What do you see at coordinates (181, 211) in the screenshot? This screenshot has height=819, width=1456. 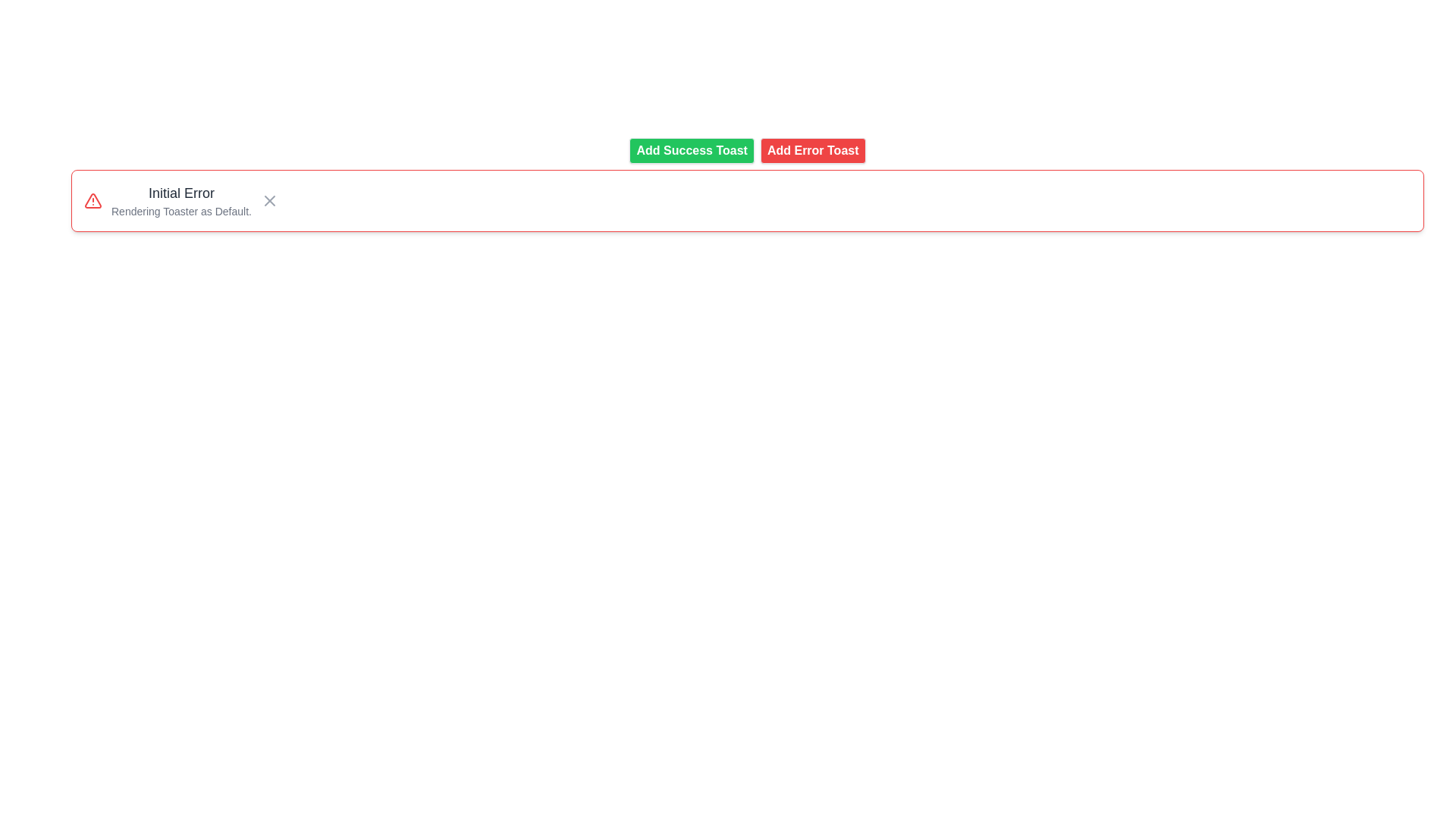 I see `the additional information text element that provides context about the error message, positioned beneath the 'Initial Error' text` at bounding box center [181, 211].